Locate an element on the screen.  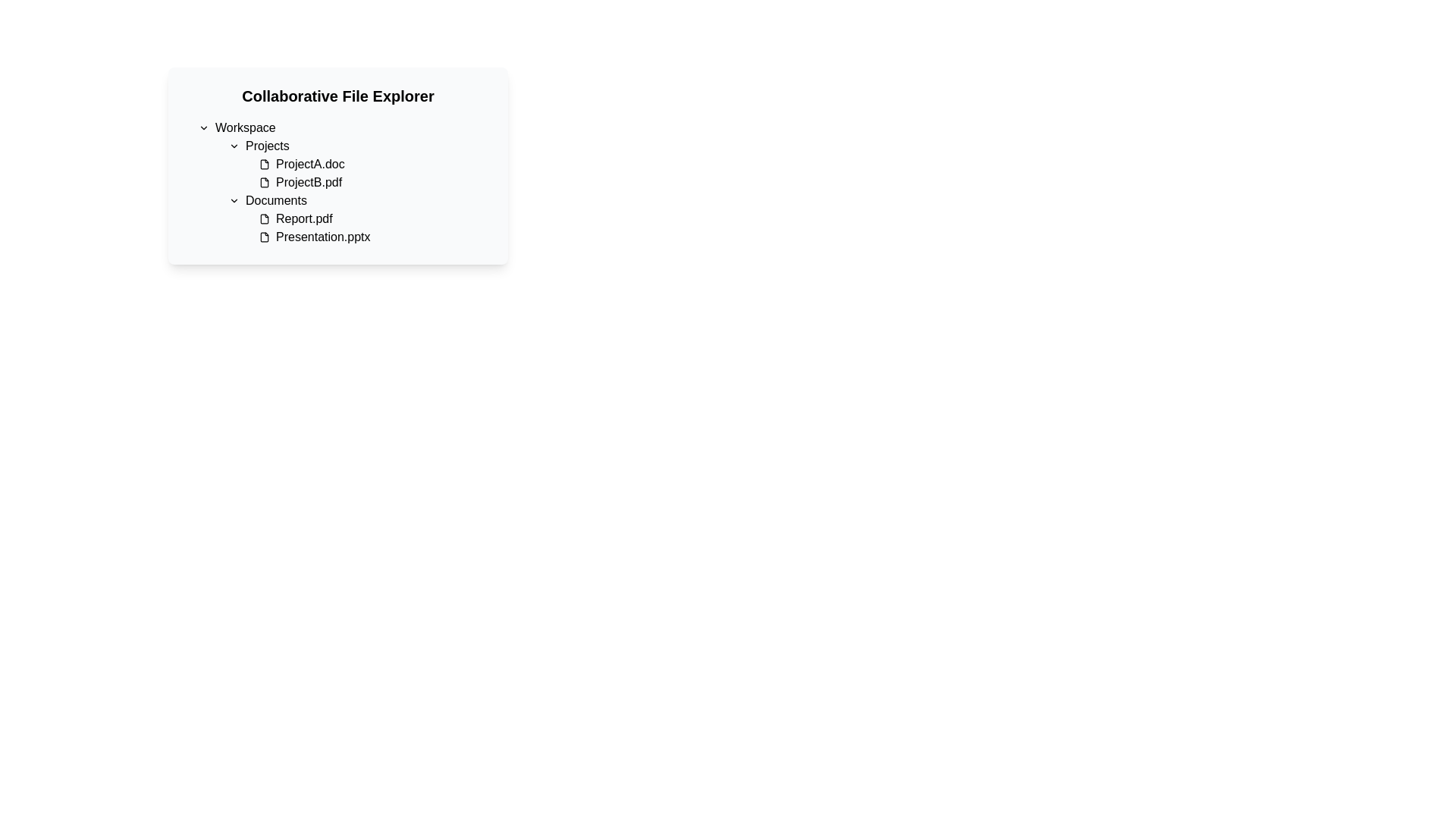
the text label displaying 'ProjectB.pdf' located in the 'Projects' directory is located at coordinates (308, 181).